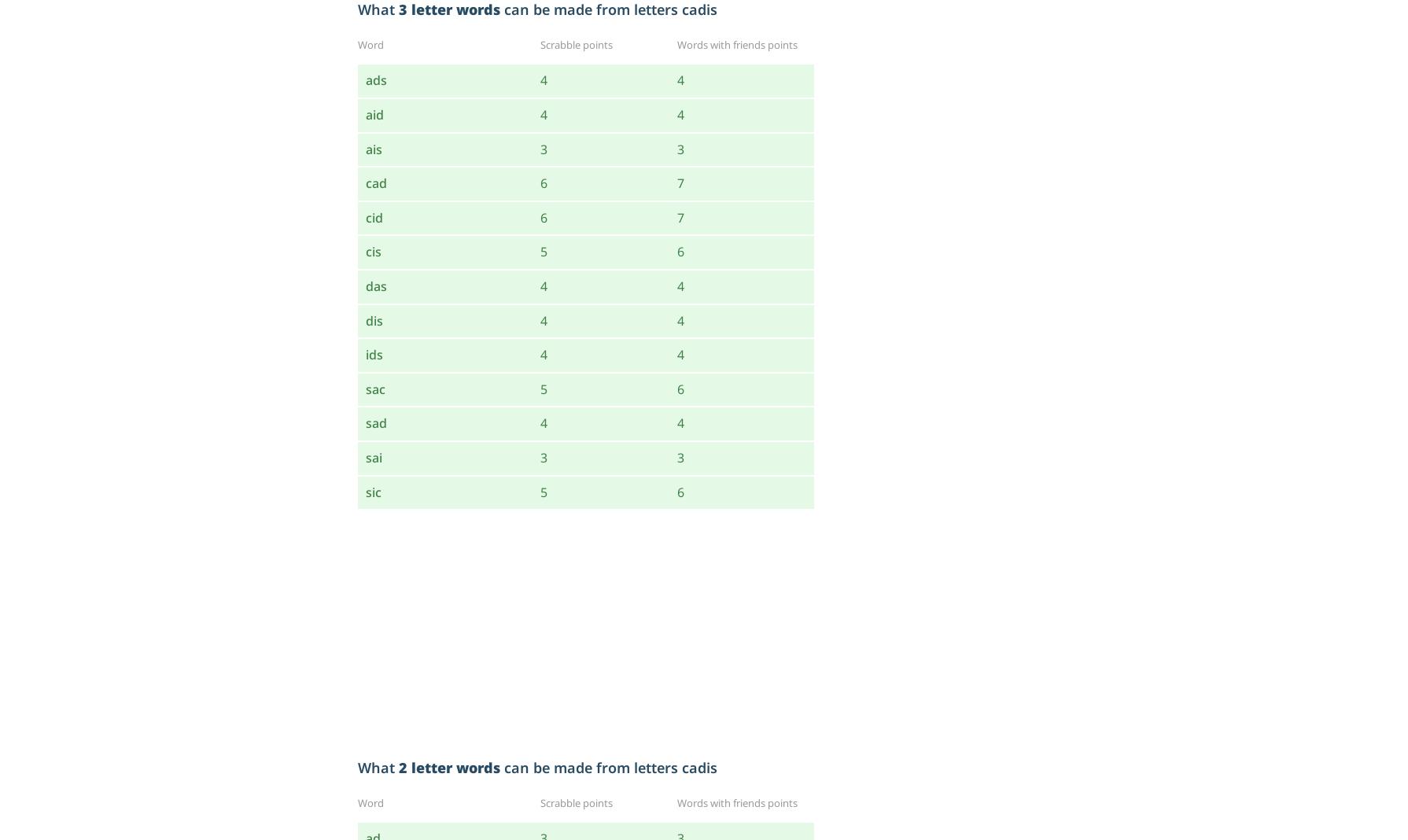 The height and width of the screenshot is (840, 1408). What do you see at coordinates (374, 114) in the screenshot?
I see `'aid'` at bounding box center [374, 114].